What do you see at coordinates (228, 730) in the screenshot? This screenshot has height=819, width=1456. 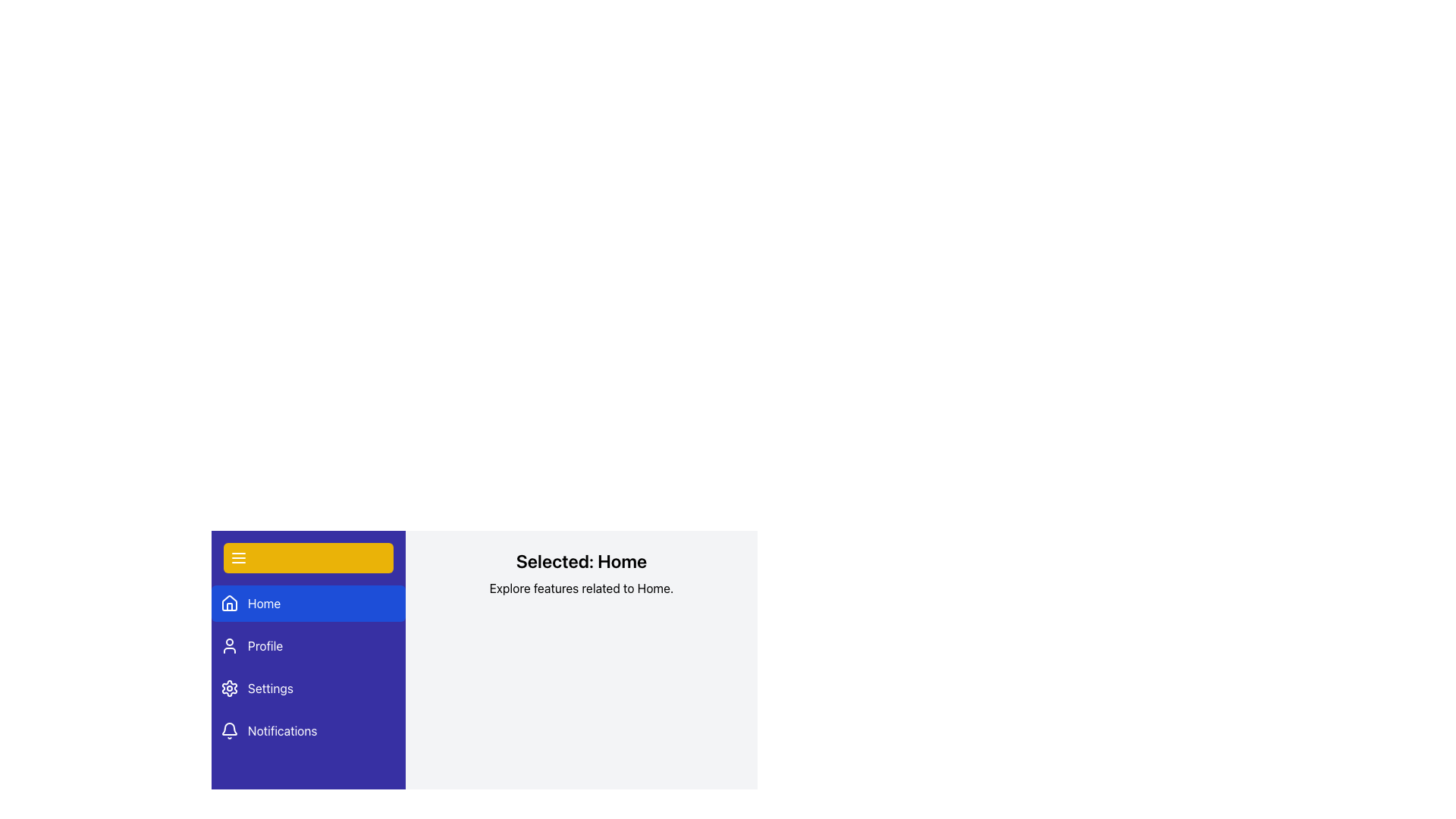 I see `the bell-shaped icon located to the left of the 'Notifications' label in the vertical side navigation bar` at bounding box center [228, 730].